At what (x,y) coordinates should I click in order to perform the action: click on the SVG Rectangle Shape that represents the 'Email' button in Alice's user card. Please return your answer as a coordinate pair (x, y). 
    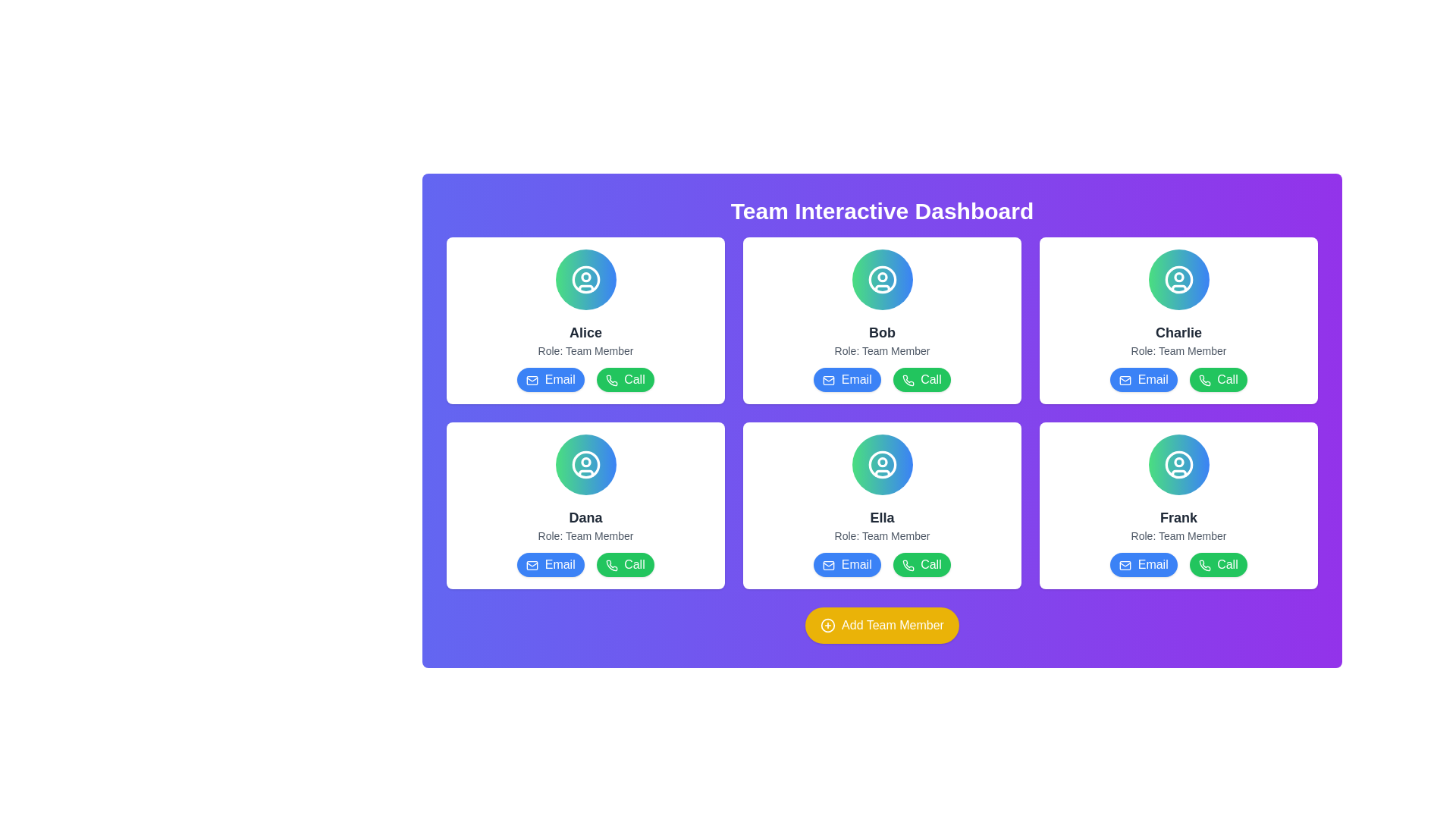
    Looking at the image, I should click on (532, 379).